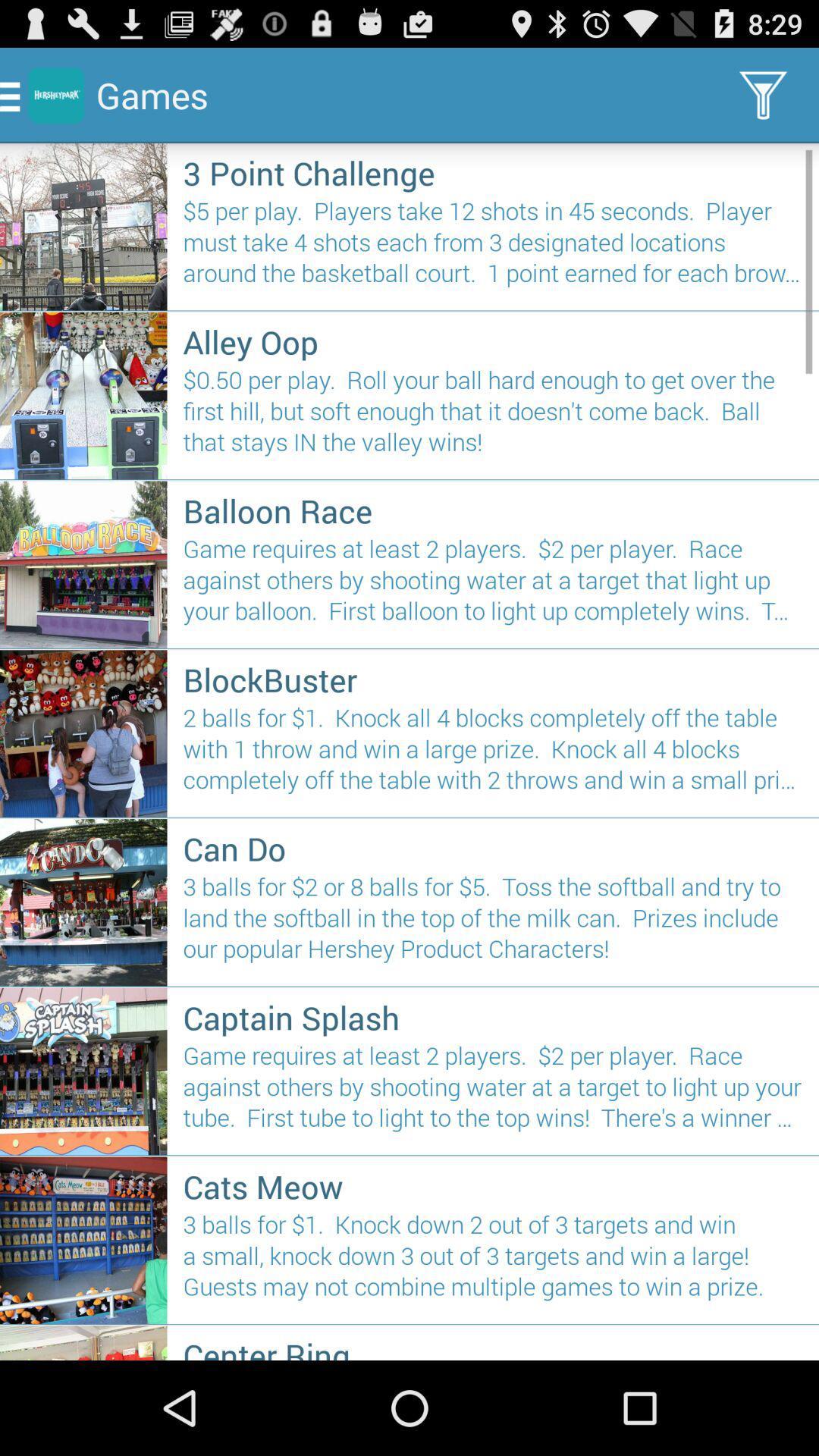 The height and width of the screenshot is (1456, 819). Describe the element at coordinates (493, 417) in the screenshot. I see `item below alley oop` at that location.